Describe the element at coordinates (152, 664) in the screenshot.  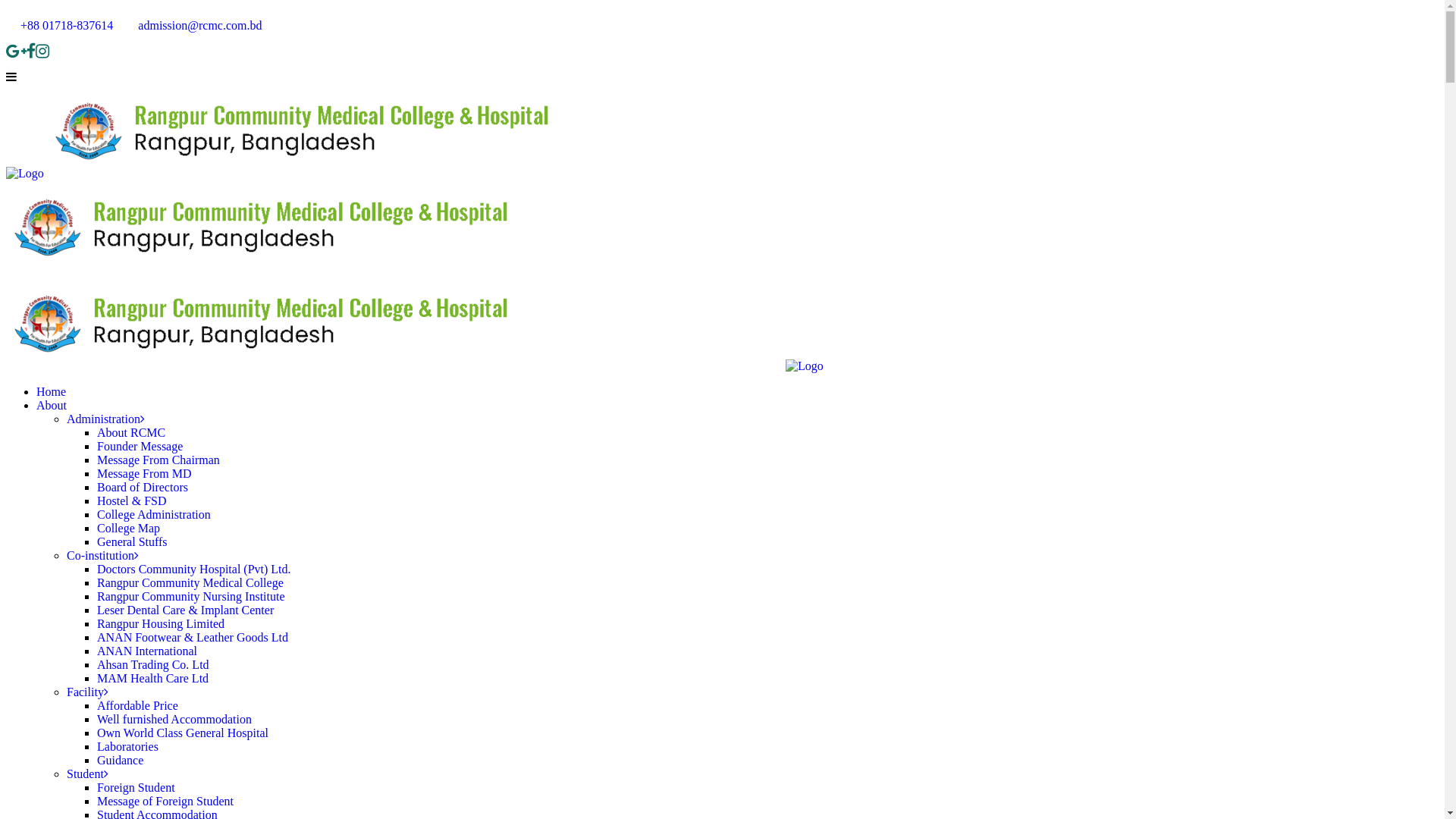
I see `'Ahsan Trading Co. Ltd'` at that location.